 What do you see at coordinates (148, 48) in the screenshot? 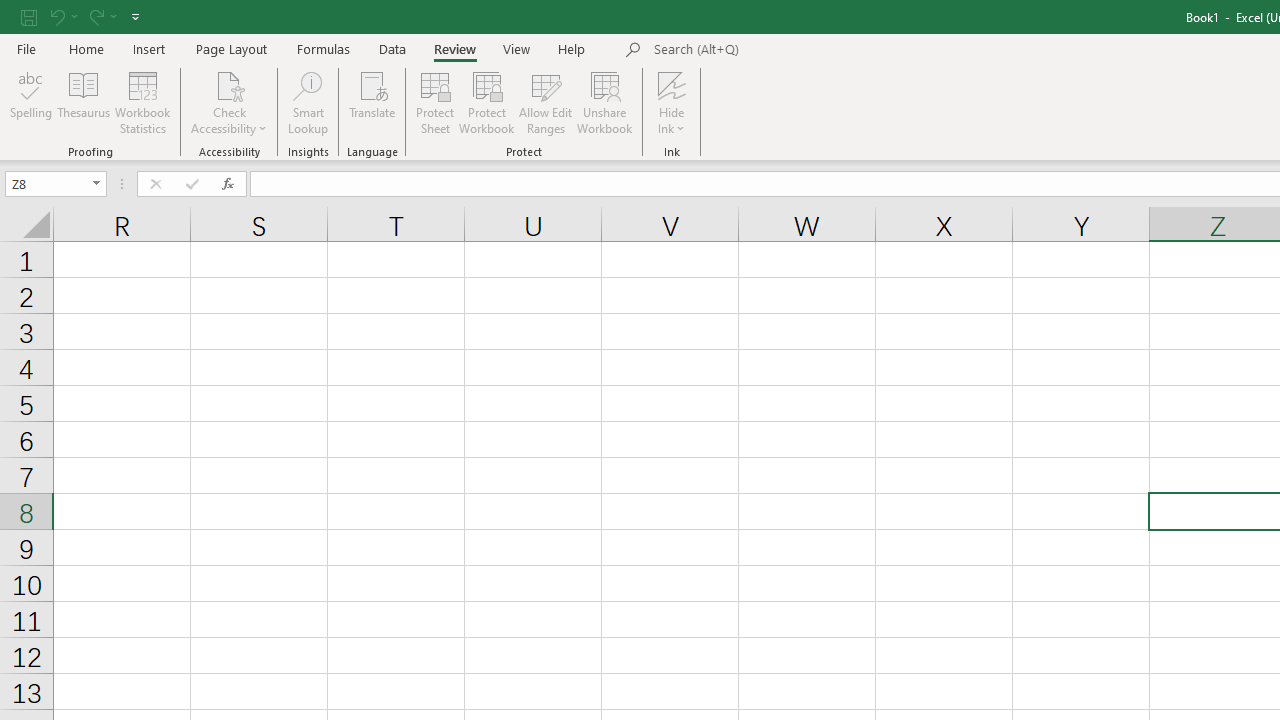
I see `'Insert'` at bounding box center [148, 48].